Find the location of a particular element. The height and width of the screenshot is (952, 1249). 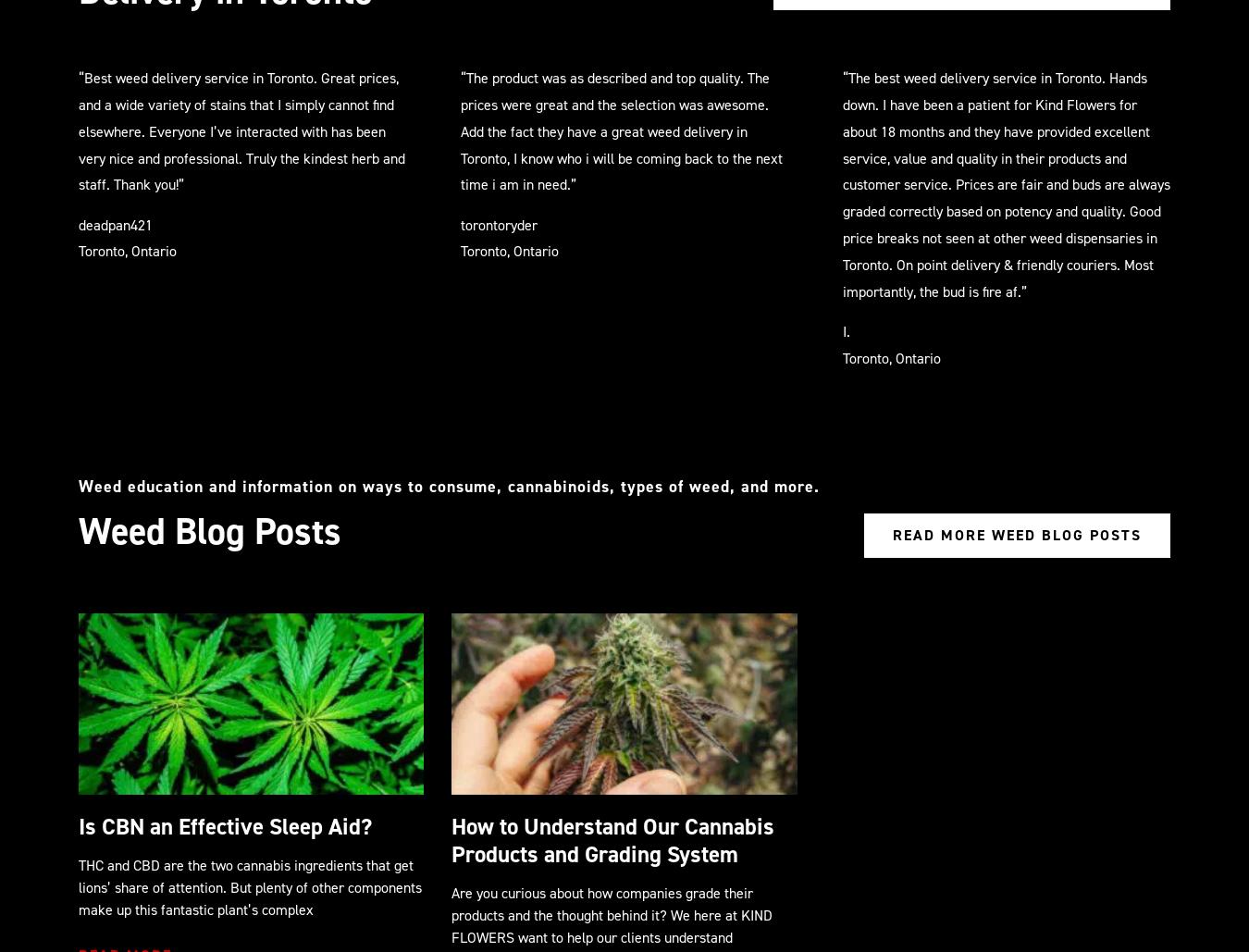

'deadpan421' is located at coordinates (116, 223).